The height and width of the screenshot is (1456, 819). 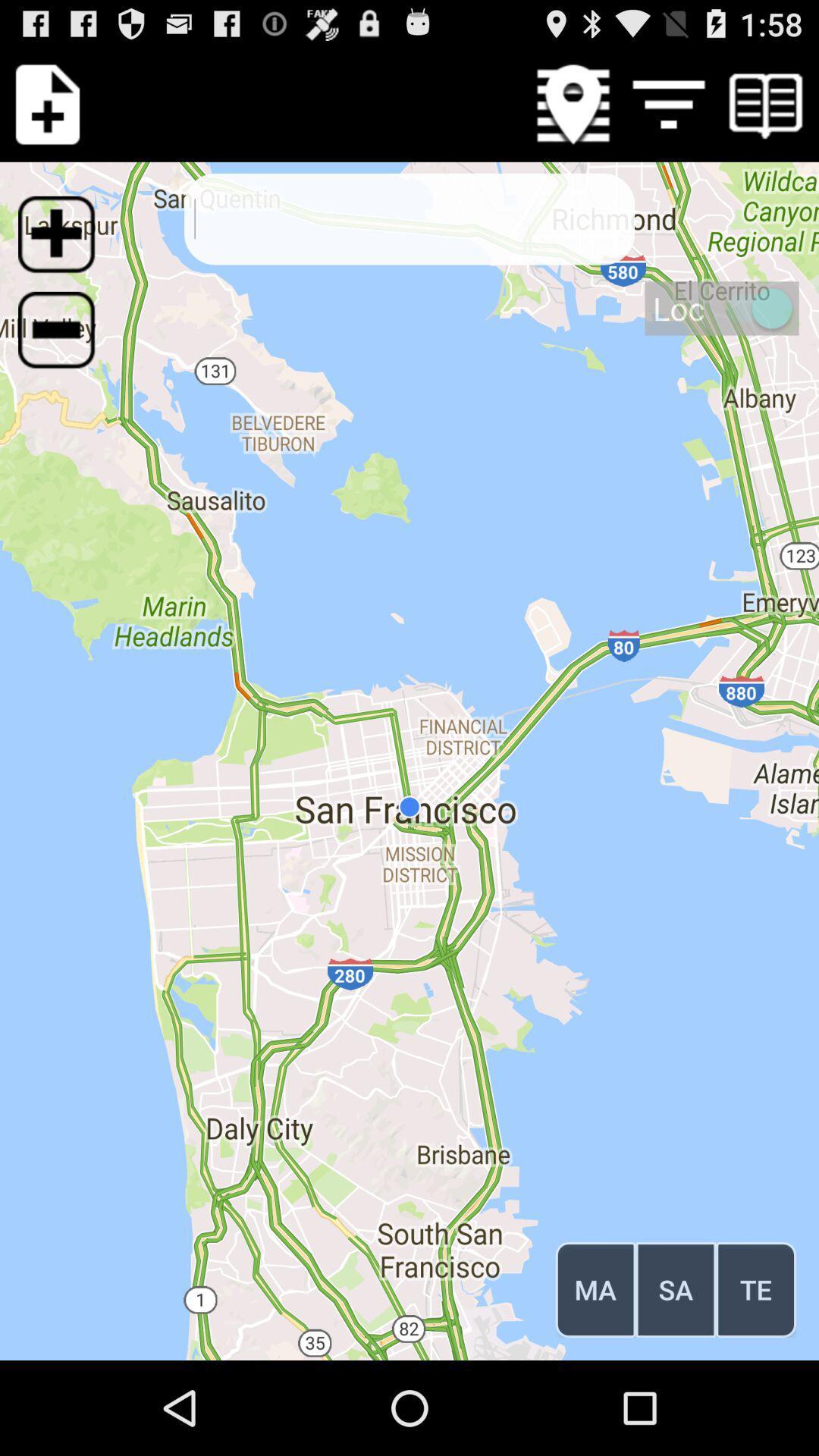 What do you see at coordinates (65, 338) in the screenshot?
I see `the icon to the left of  loc` at bounding box center [65, 338].